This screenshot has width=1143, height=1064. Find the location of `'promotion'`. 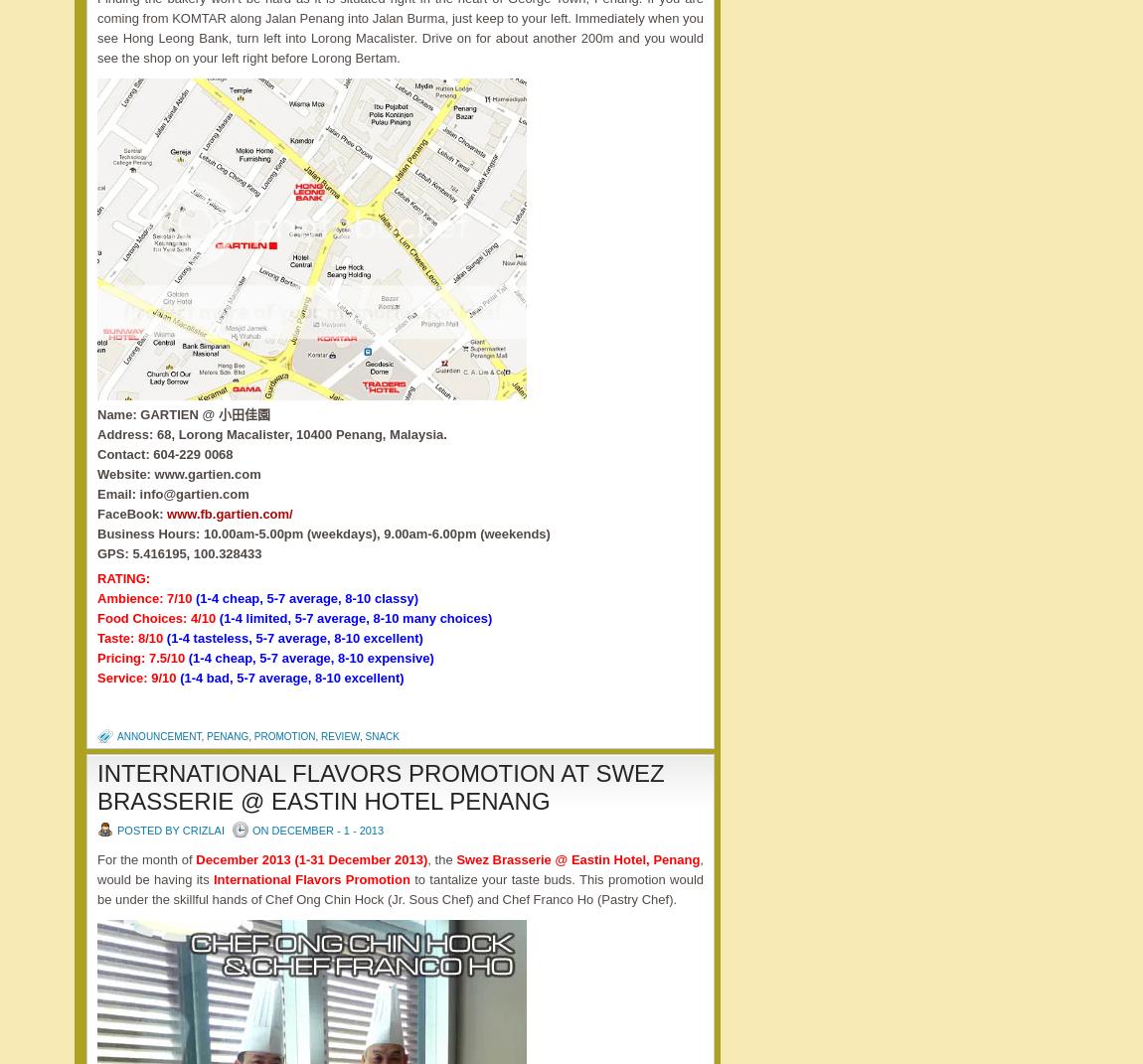

'promotion' is located at coordinates (283, 736).